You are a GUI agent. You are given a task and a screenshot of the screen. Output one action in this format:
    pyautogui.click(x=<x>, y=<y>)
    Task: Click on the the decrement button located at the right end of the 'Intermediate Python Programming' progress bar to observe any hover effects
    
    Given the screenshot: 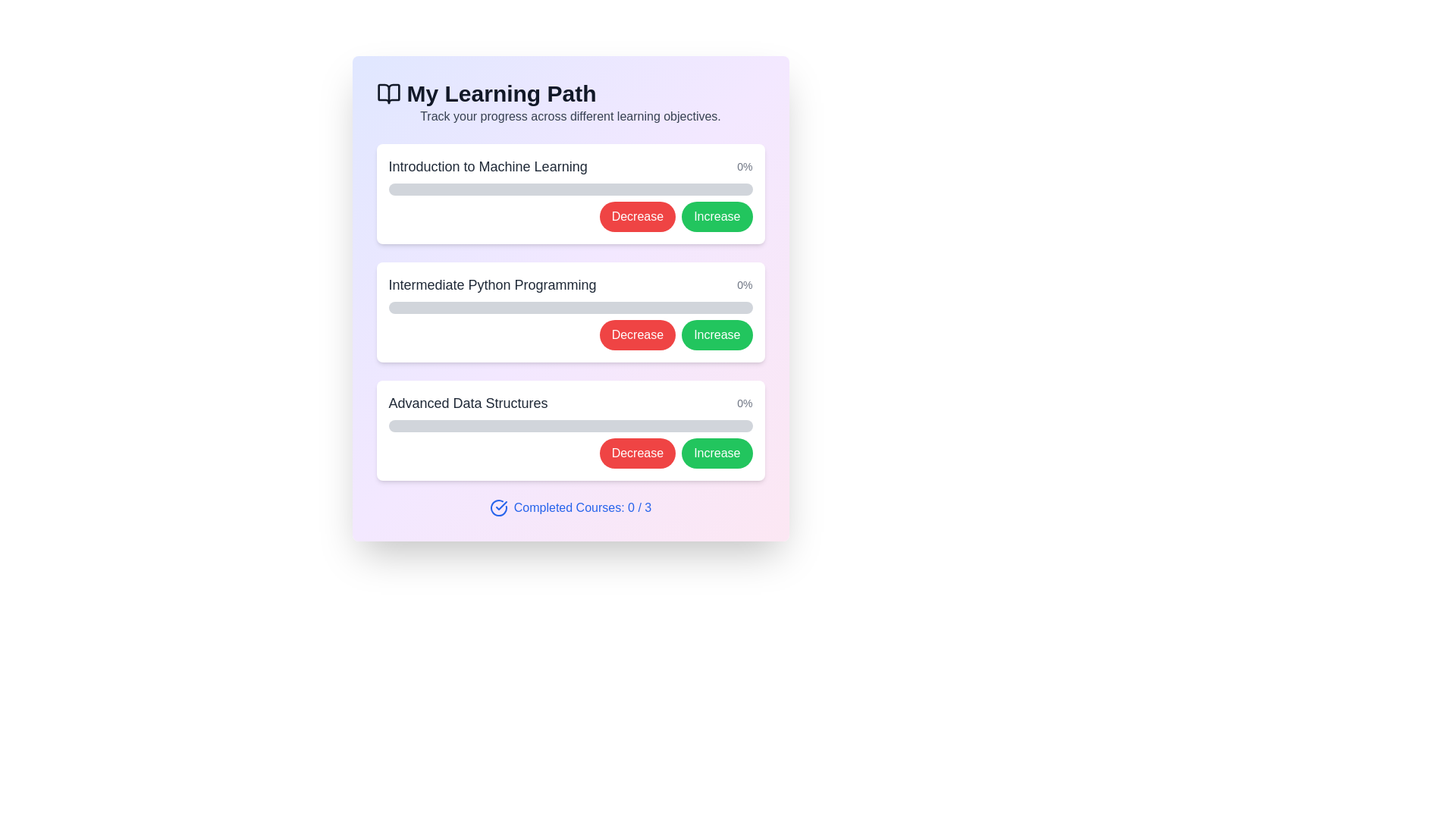 What is the action you would take?
    pyautogui.click(x=637, y=334)
    